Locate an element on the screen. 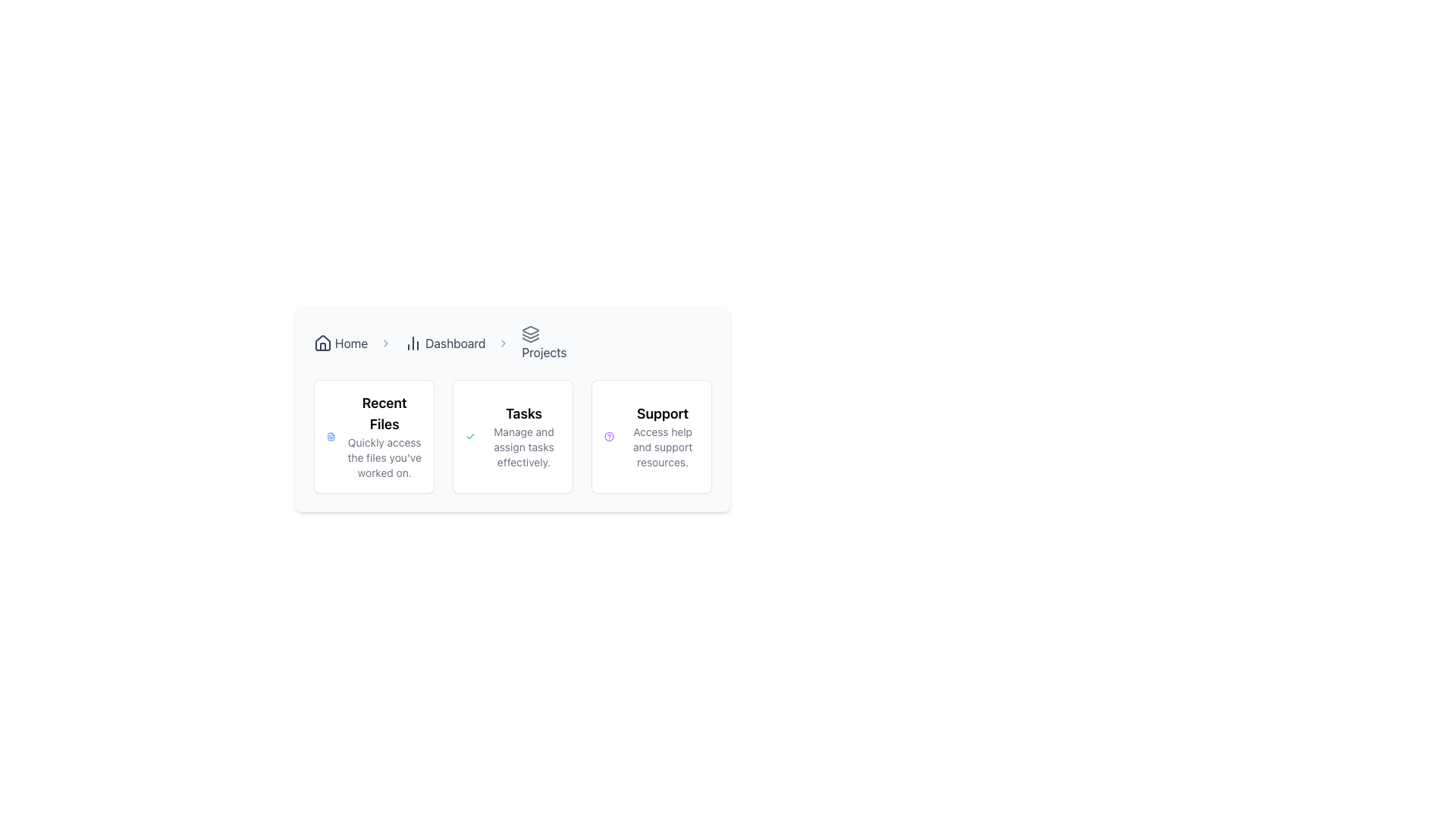 The image size is (1456, 819). the 'Support' icon located within the third card that indicates help or support-related functionality is located at coordinates (609, 436).